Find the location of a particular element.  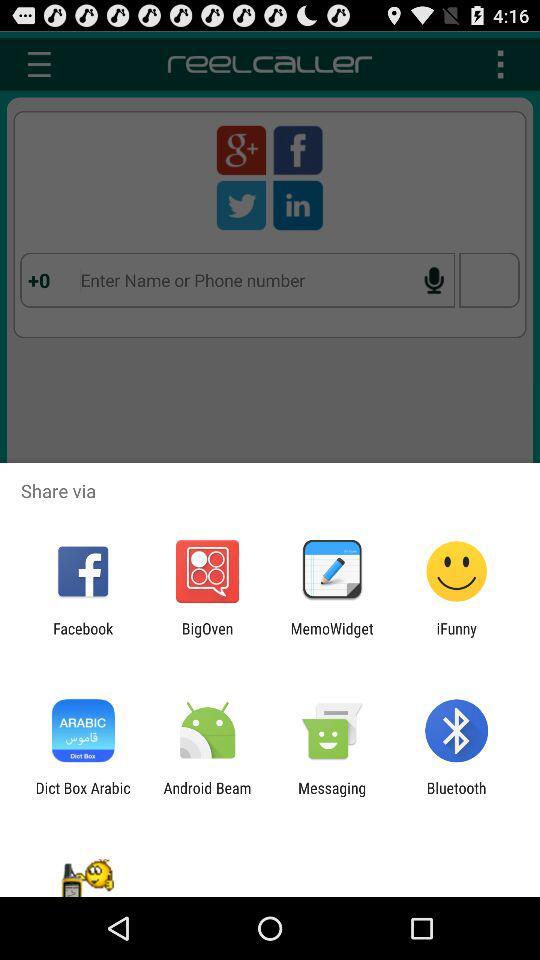

the app to the right of dict box arabic app is located at coordinates (206, 796).